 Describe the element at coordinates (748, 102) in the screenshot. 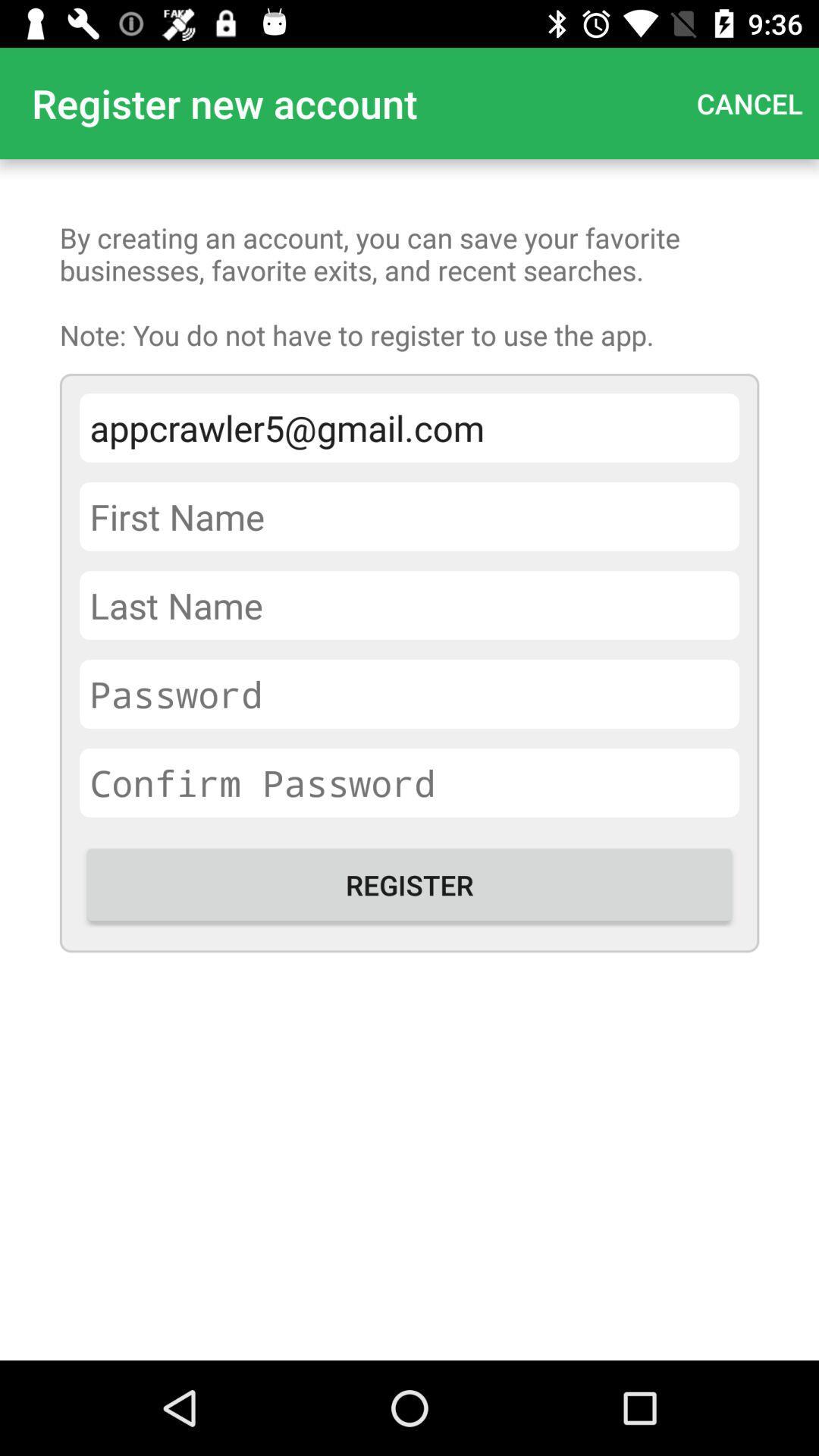

I see `the app next to the register new account app` at that location.